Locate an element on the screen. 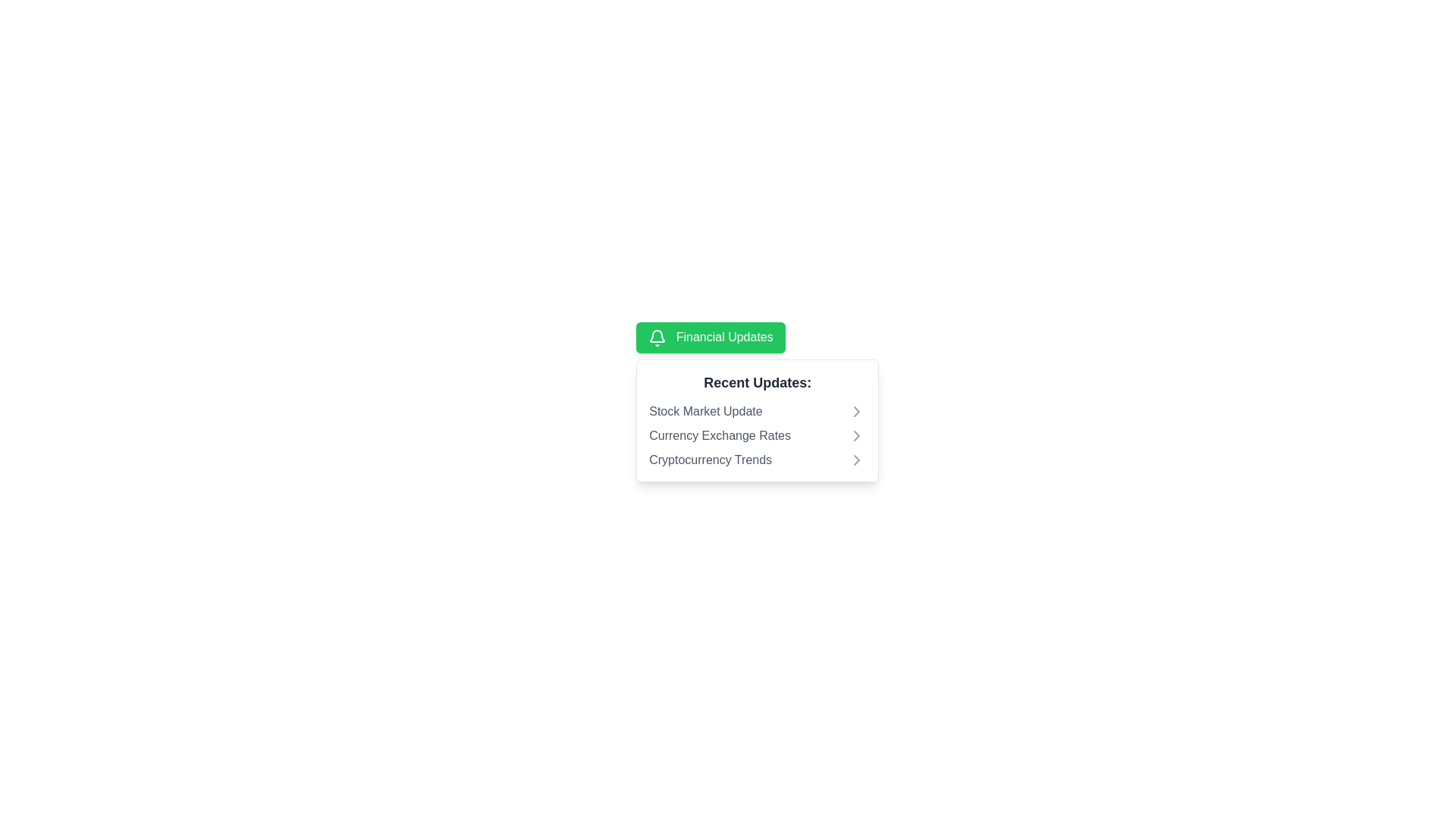 The height and width of the screenshot is (819, 1456). the small right-pointing chevron icon styled in gray, located next to the 'Cryptocurrency Trends' text in the content list is located at coordinates (857, 459).